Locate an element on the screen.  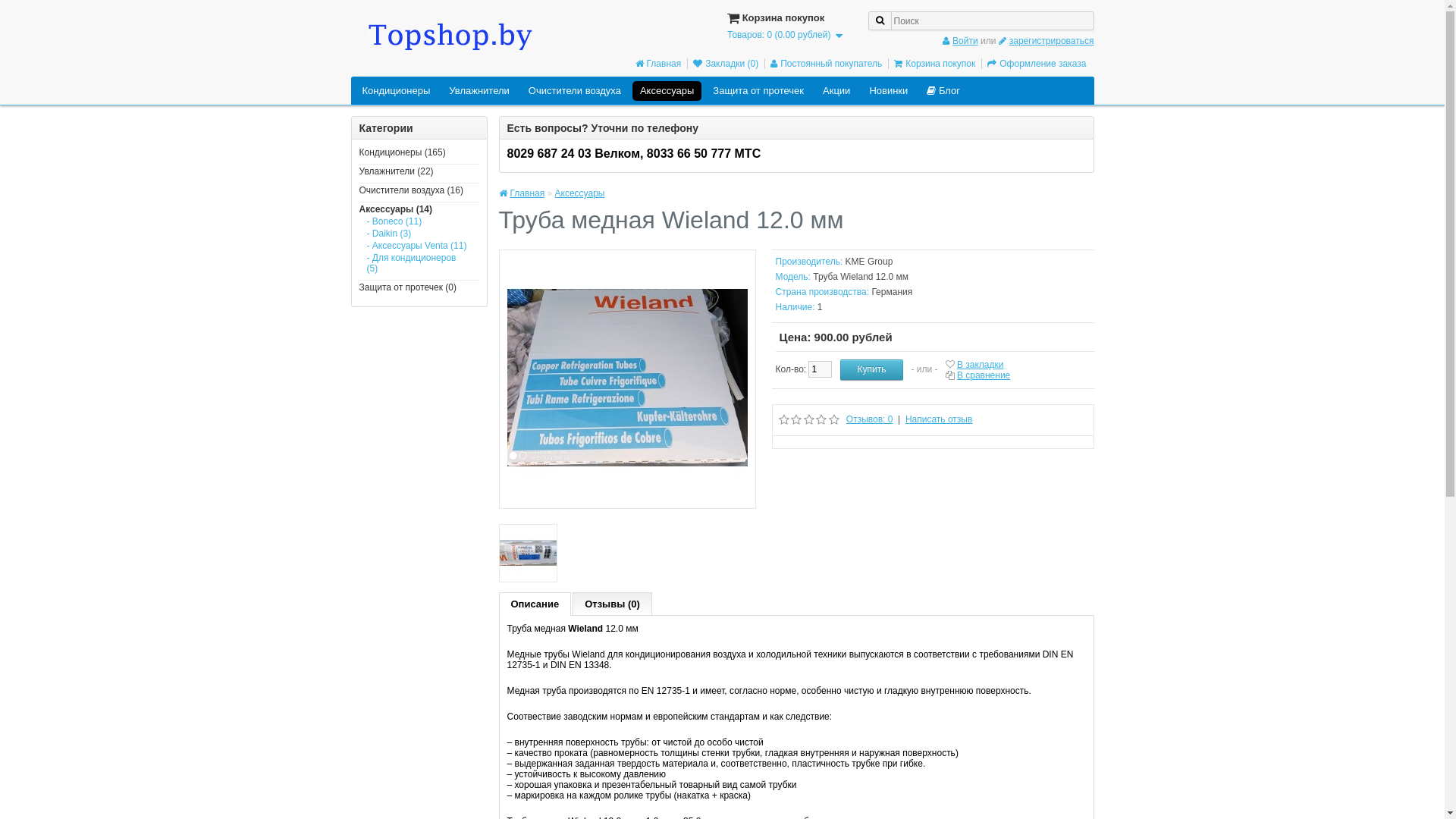
'KME Group' is located at coordinates (869, 260).